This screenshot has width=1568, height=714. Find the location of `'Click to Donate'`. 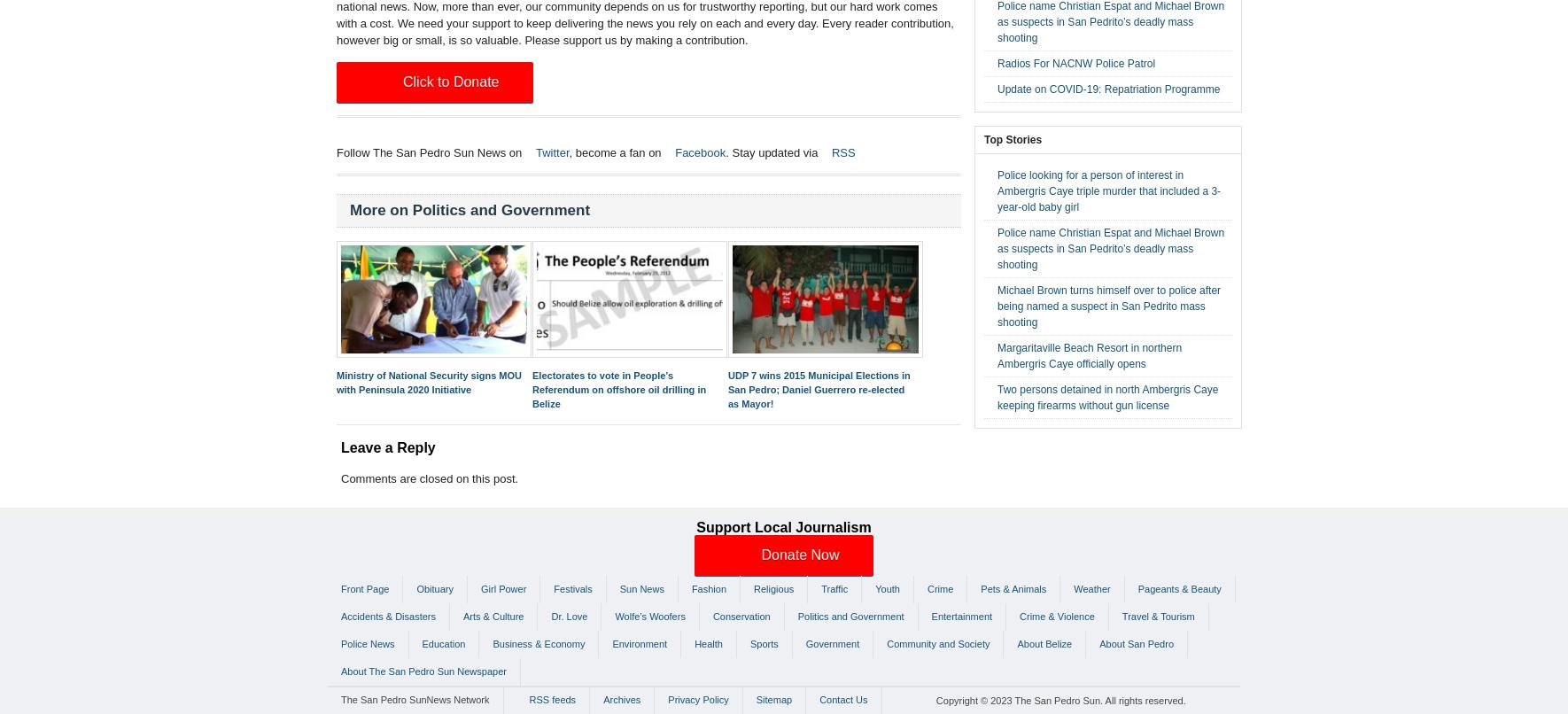

'Click to Donate' is located at coordinates (403, 81).